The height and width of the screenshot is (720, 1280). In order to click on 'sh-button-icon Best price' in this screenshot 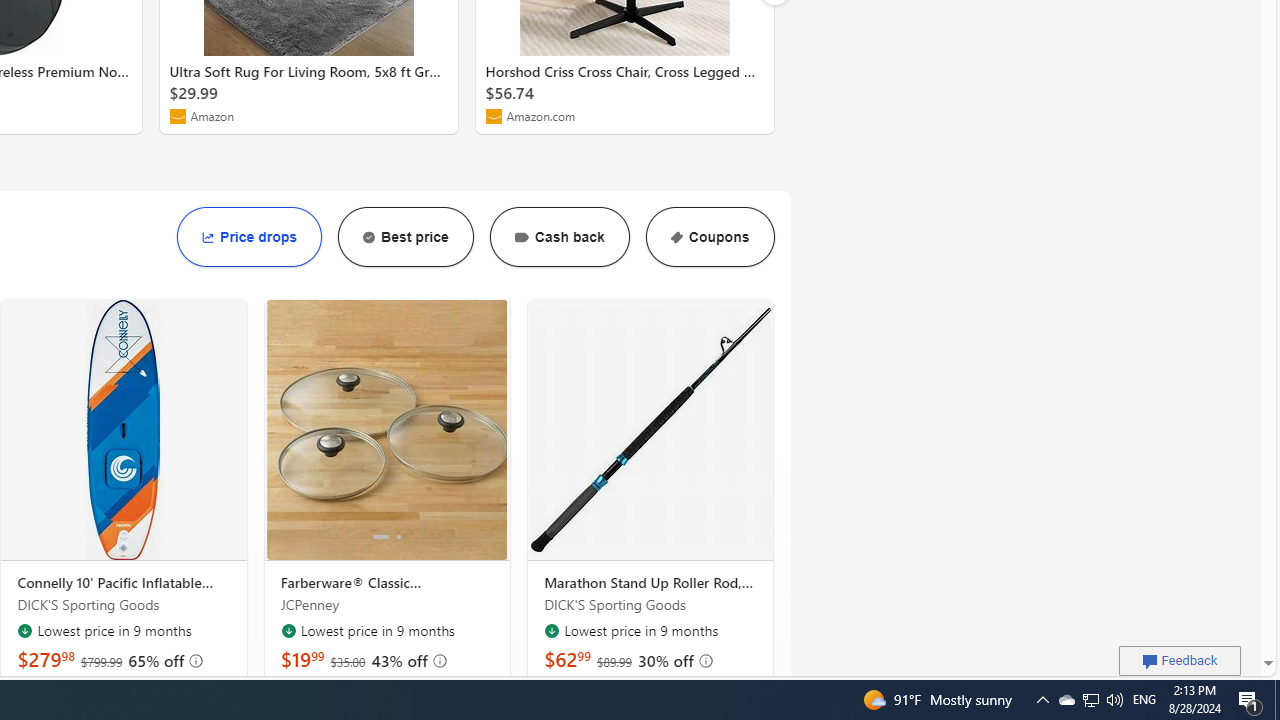, I will do `click(404, 236)`.